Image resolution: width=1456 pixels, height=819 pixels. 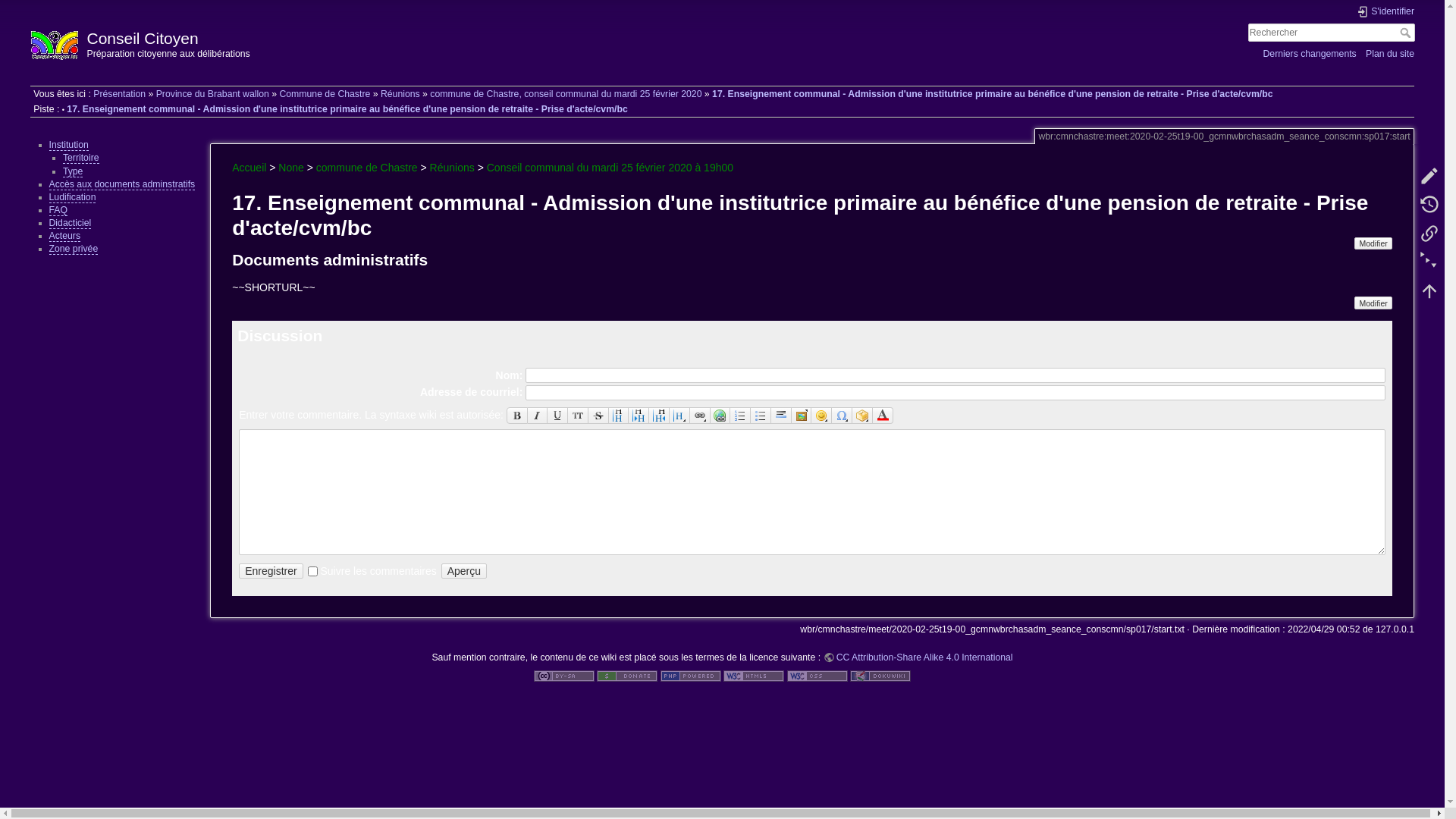 What do you see at coordinates (68, 223) in the screenshot?
I see `'Didacticiel'` at bounding box center [68, 223].